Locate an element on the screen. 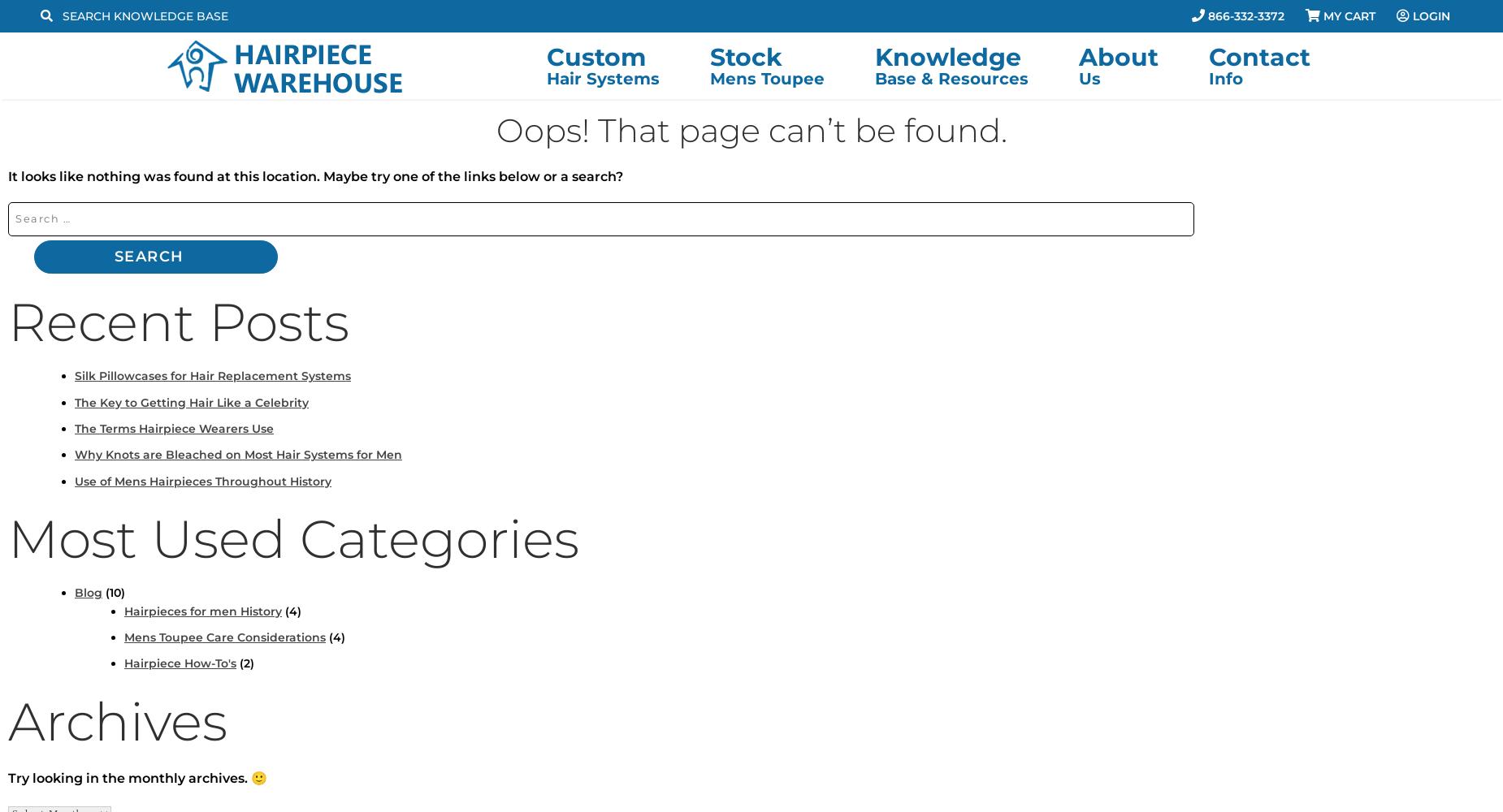  'Oops! That page can’t be found.' is located at coordinates (751, 130).